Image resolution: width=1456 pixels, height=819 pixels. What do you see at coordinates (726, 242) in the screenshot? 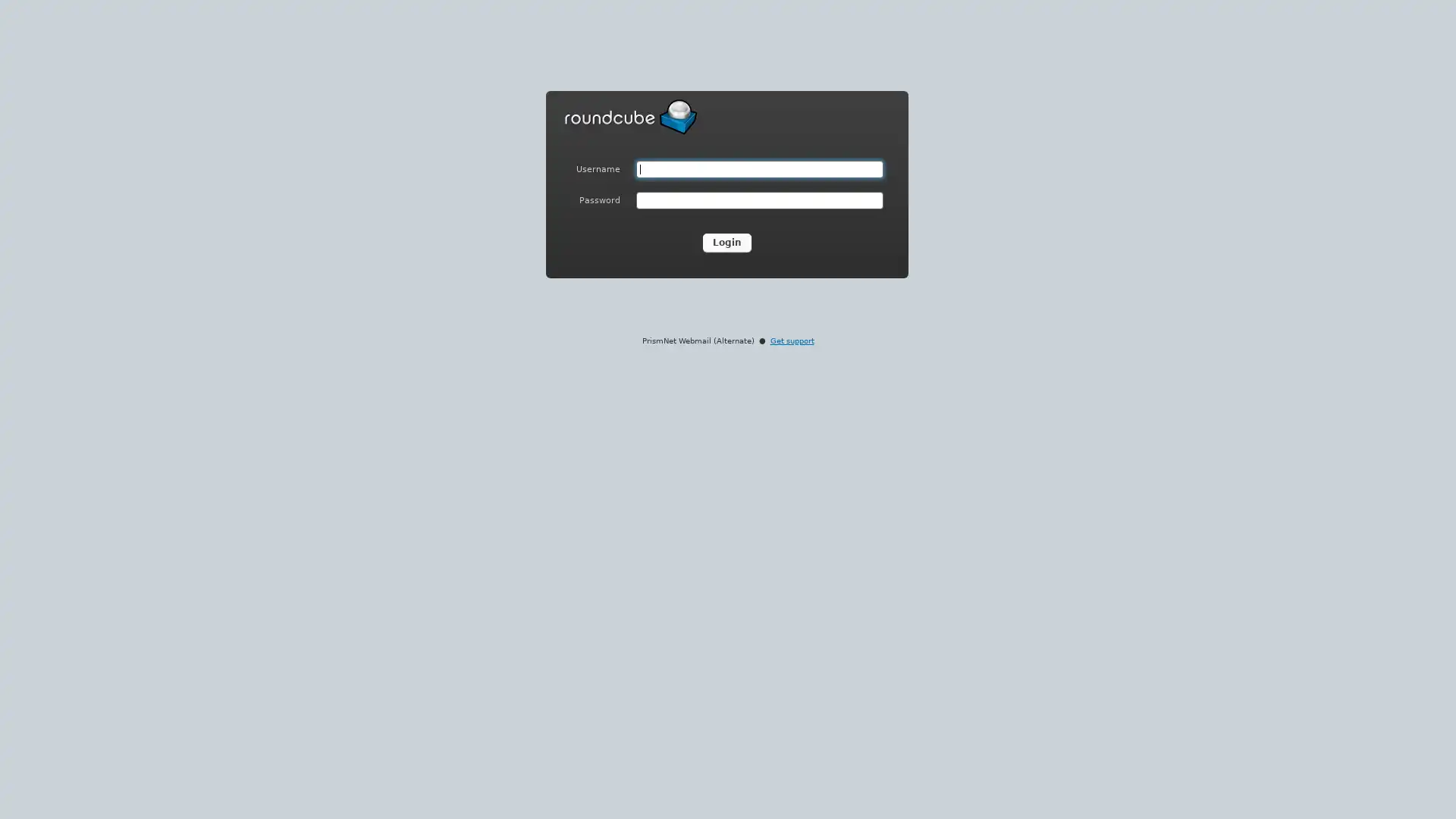
I see `Login` at bounding box center [726, 242].